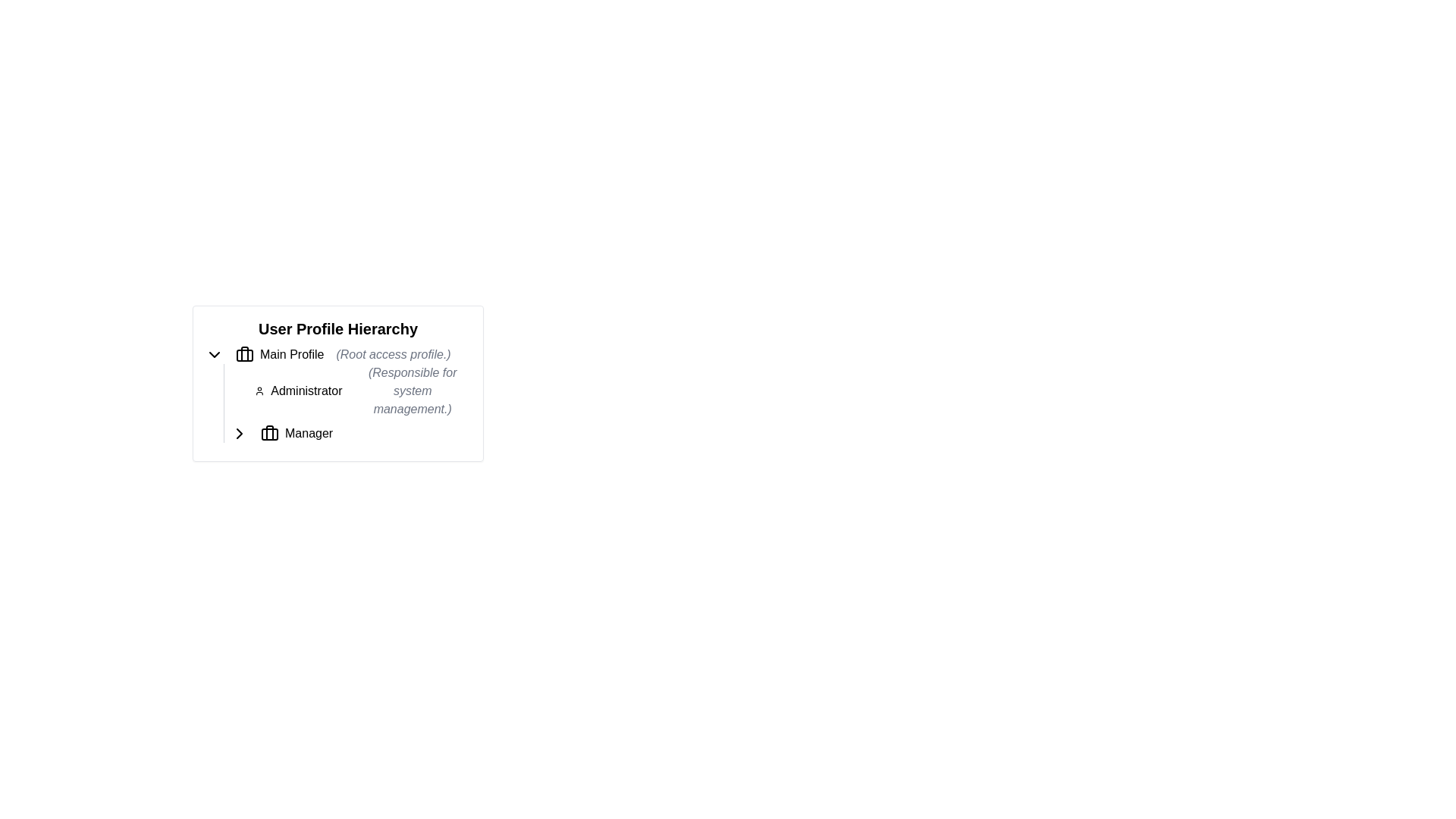 The width and height of the screenshot is (1456, 819). I want to click on the downward-facing chevron icon next to the 'Main Profile' label, so click(214, 354).